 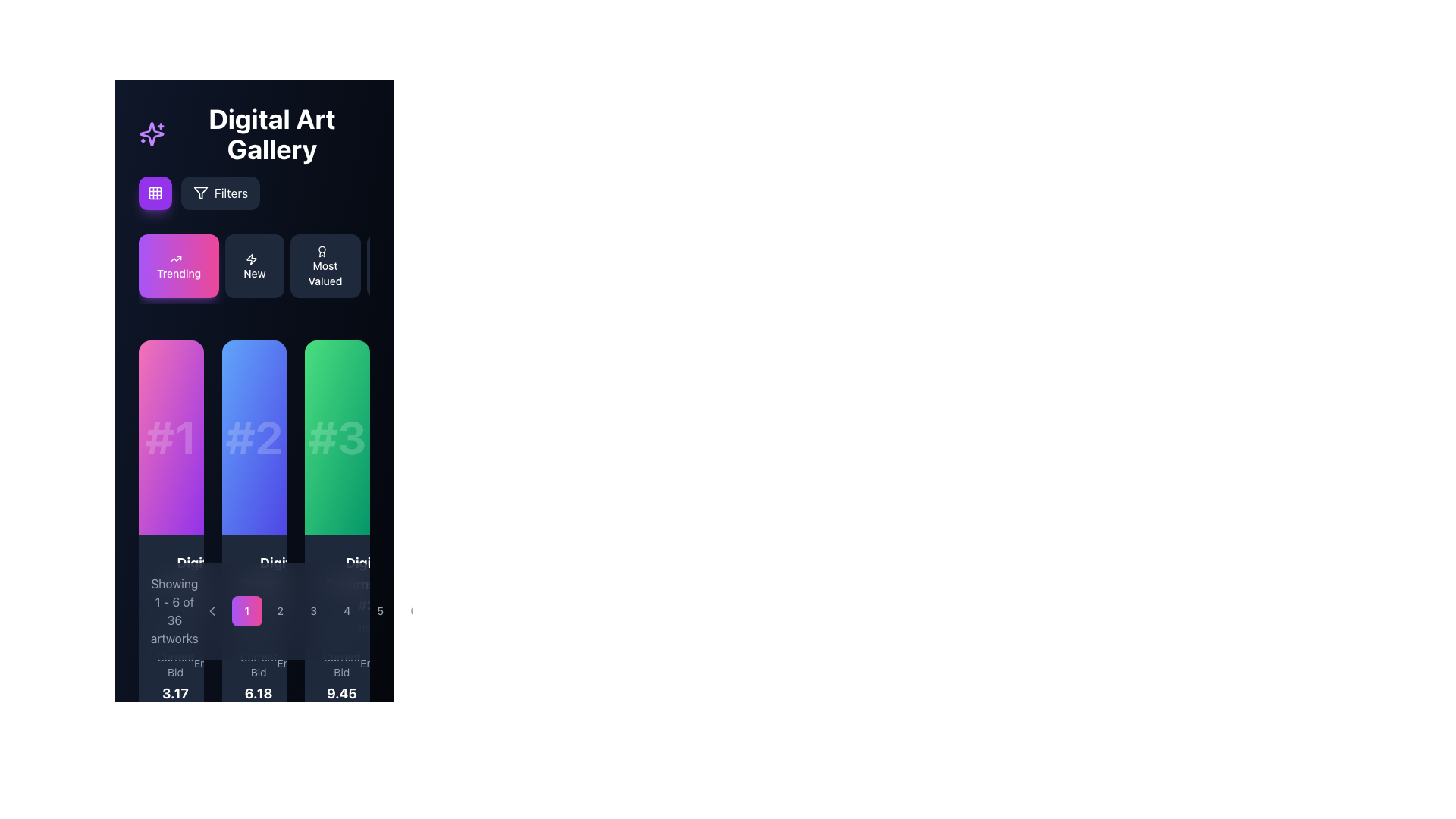 What do you see at coordinates (211, 610) in the screenshot?
I see `the SVG icon within the dark-colored button that features a left-pointing chevron, which is part of the pagination control near the numeric label '1' to trigger the hover effect` at bounding box center [211, 610].